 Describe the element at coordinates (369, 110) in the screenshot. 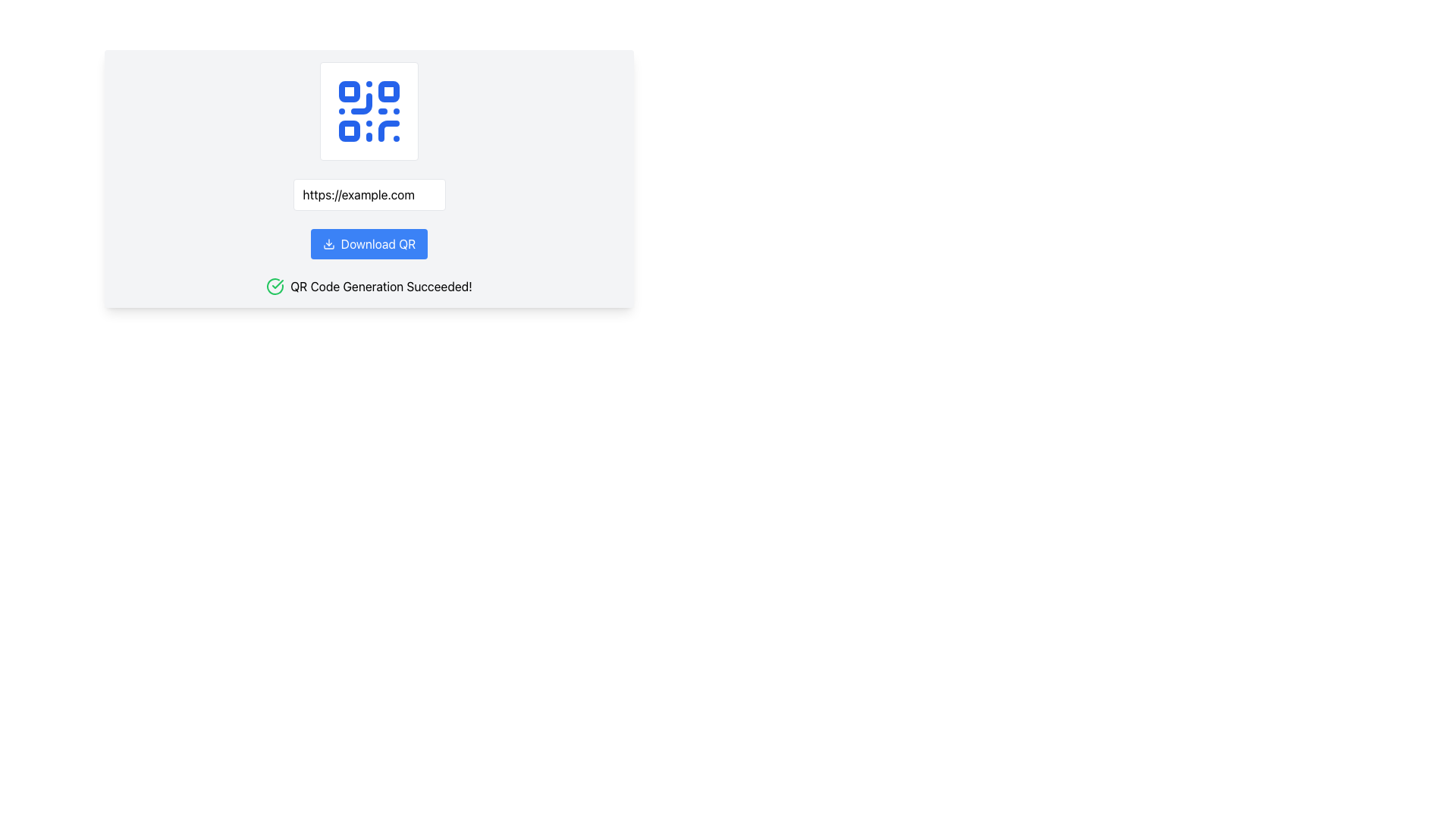

I see `the QR code icon, which is a prominent visual element in the middle of the interface` at that location.